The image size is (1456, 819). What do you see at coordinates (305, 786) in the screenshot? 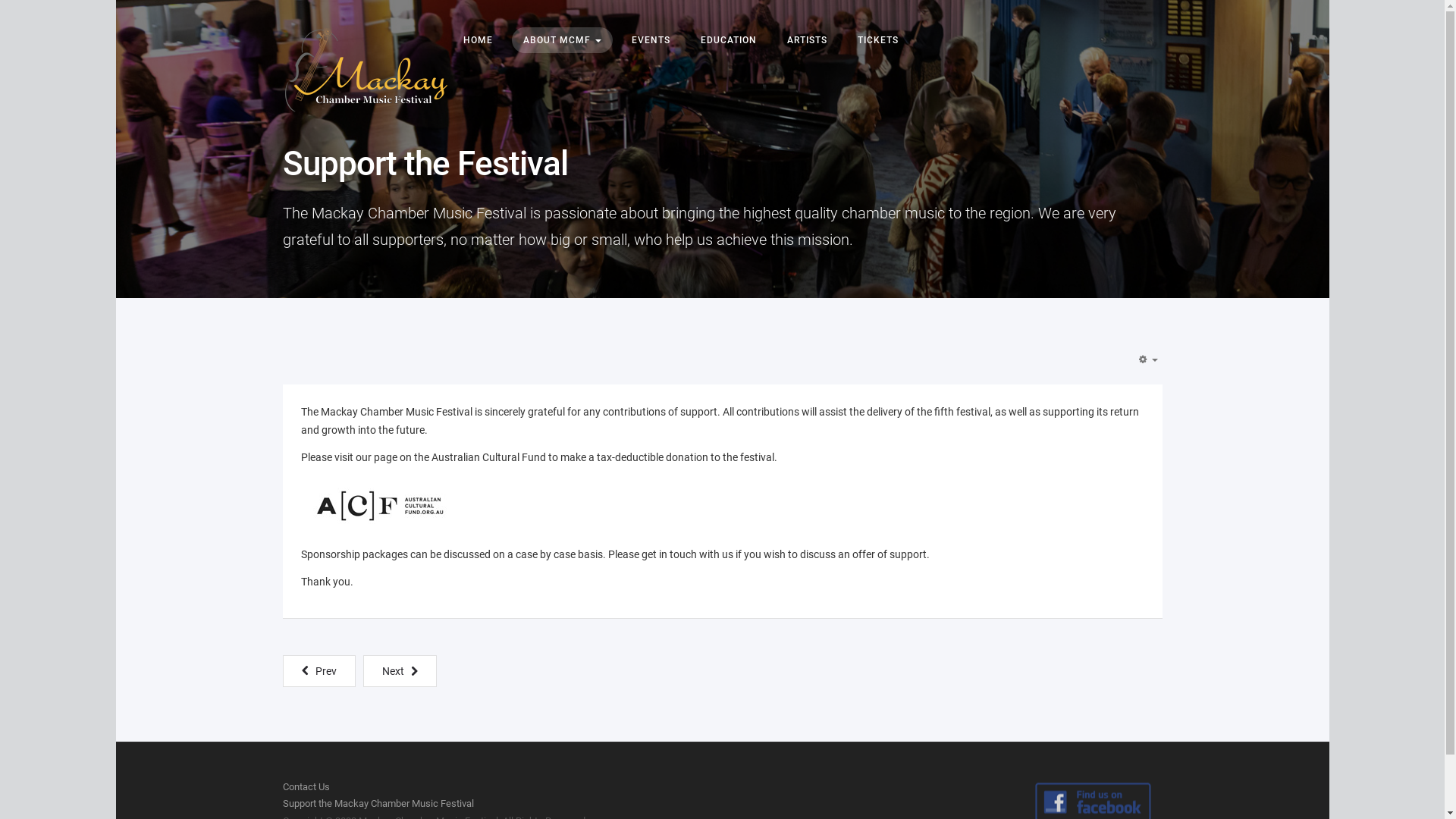
I see `'Contact Us'` at bounding box center [305, 786].